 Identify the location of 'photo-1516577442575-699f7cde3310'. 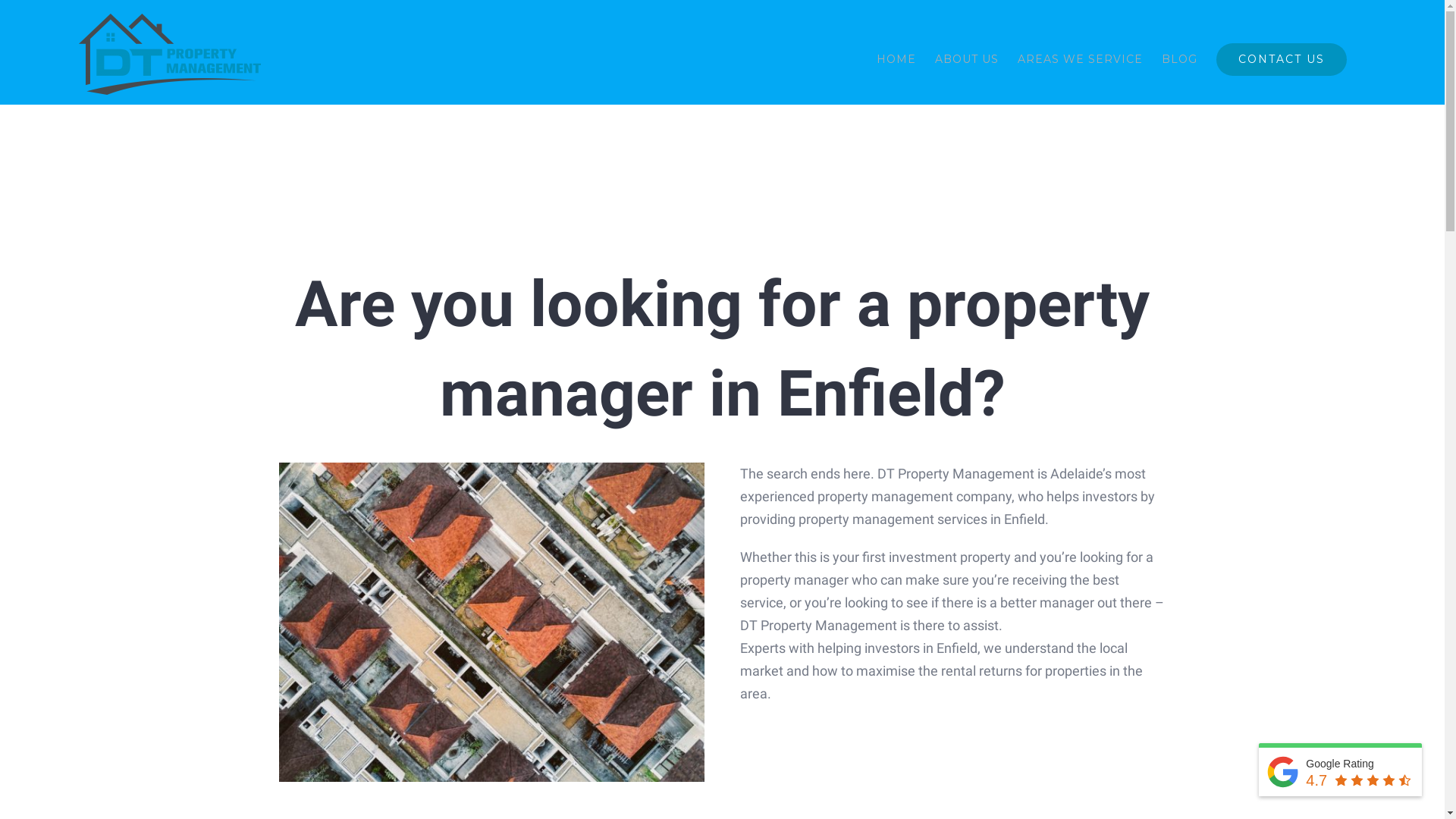
(491, 622).